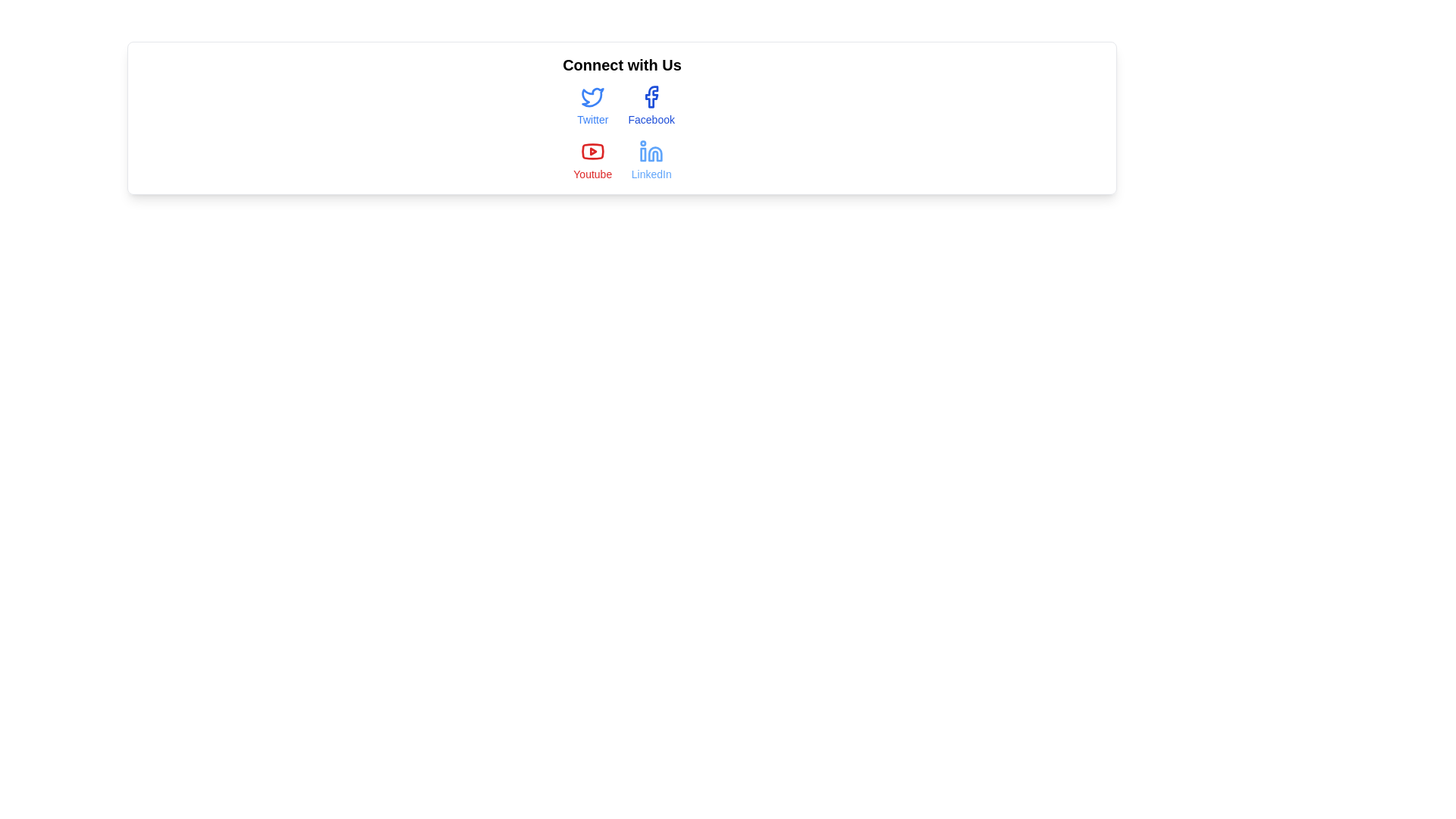  Describe the element at coordinates (591, 161) in the screenshot. I see `the YouTube hyperlink button, which is styled with a red YouTube logo and label, located in the second row of a 2-column grid layout` at that location.